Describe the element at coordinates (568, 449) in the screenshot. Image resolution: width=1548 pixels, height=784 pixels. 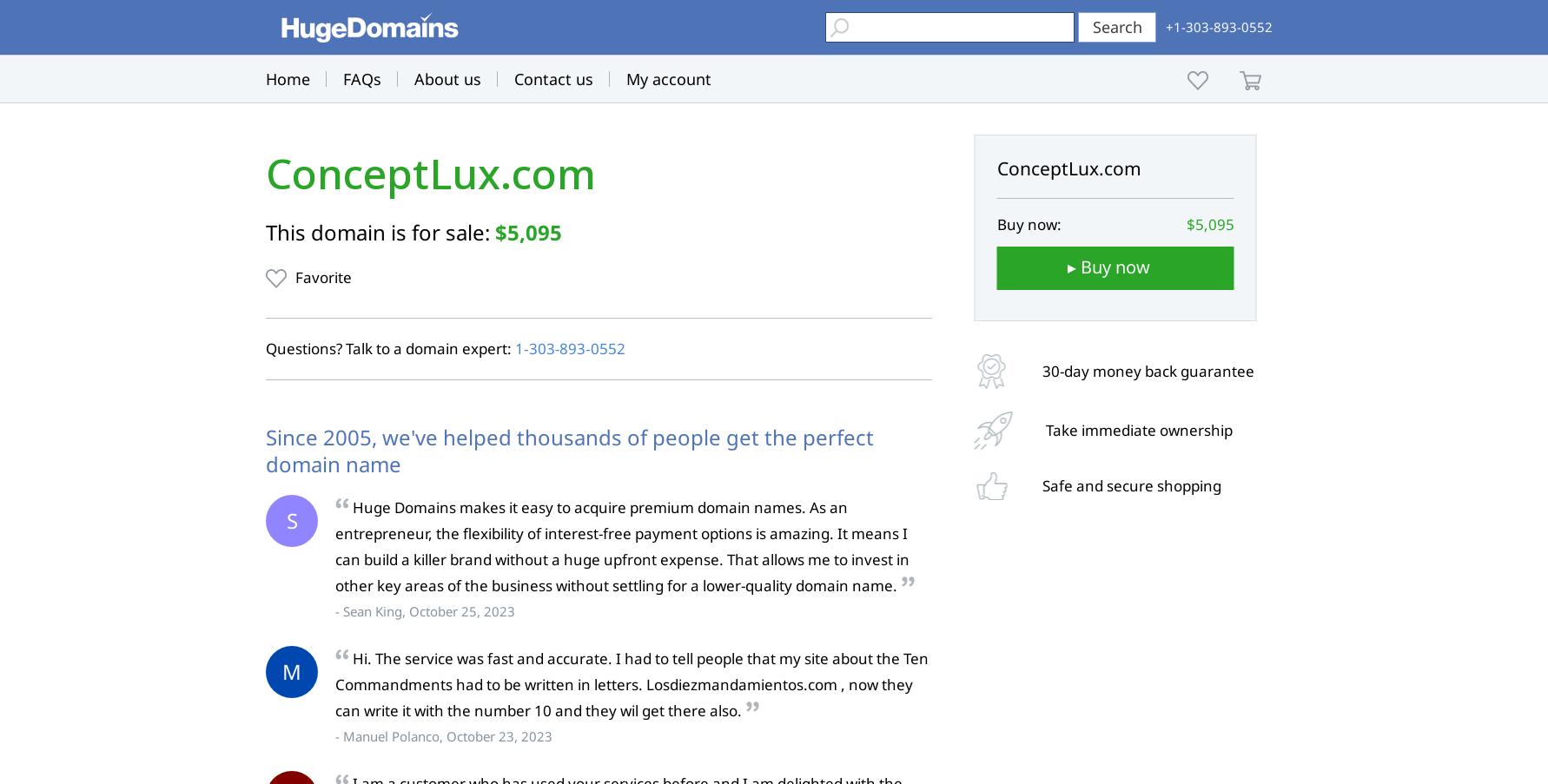
I see `'Since 2005, we've helped thousands of people get the perfect domain name'` at that location.